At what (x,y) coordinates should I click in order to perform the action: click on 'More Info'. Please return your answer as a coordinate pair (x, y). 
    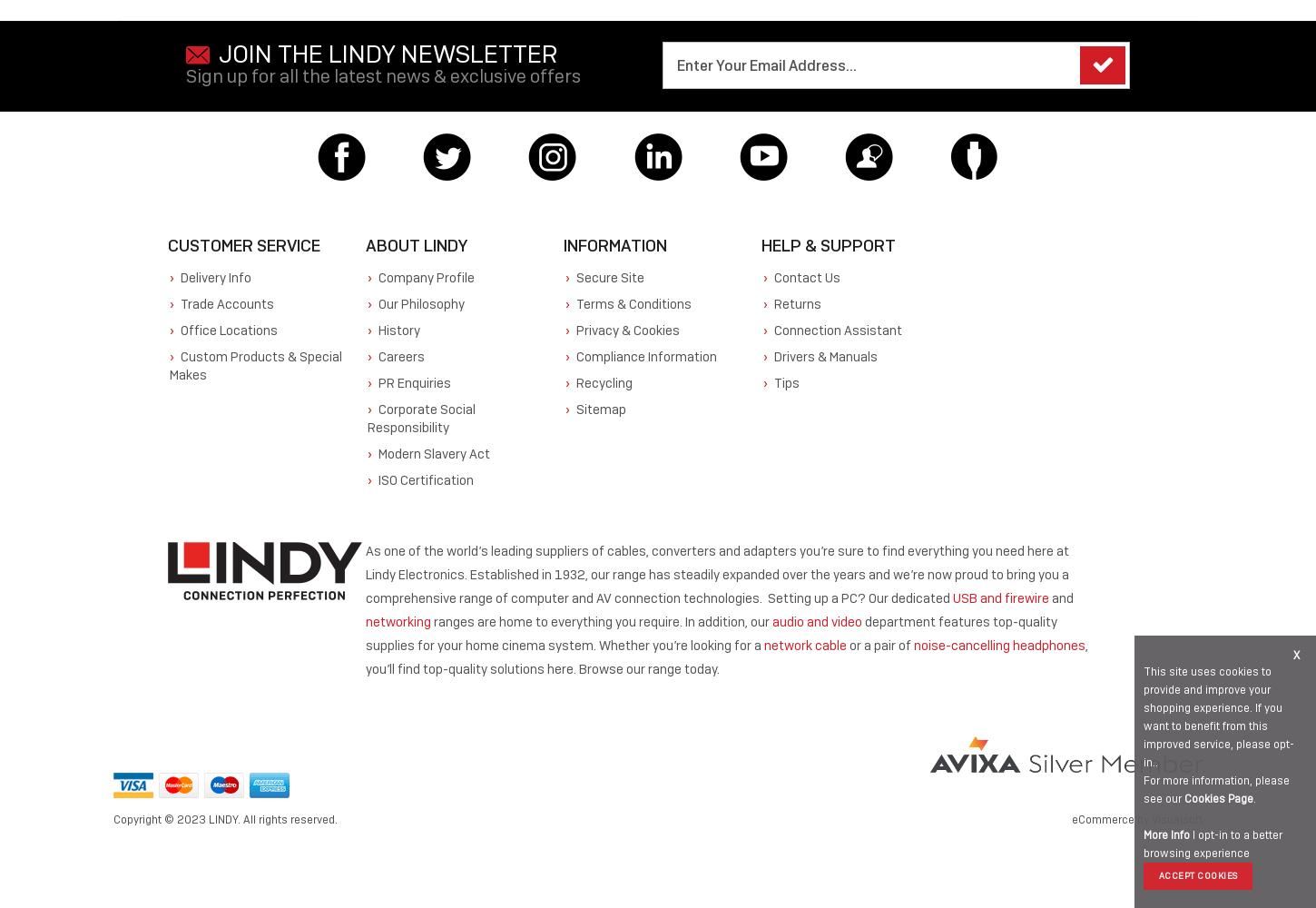
    Looking at the image, I should click on (1166, 835).